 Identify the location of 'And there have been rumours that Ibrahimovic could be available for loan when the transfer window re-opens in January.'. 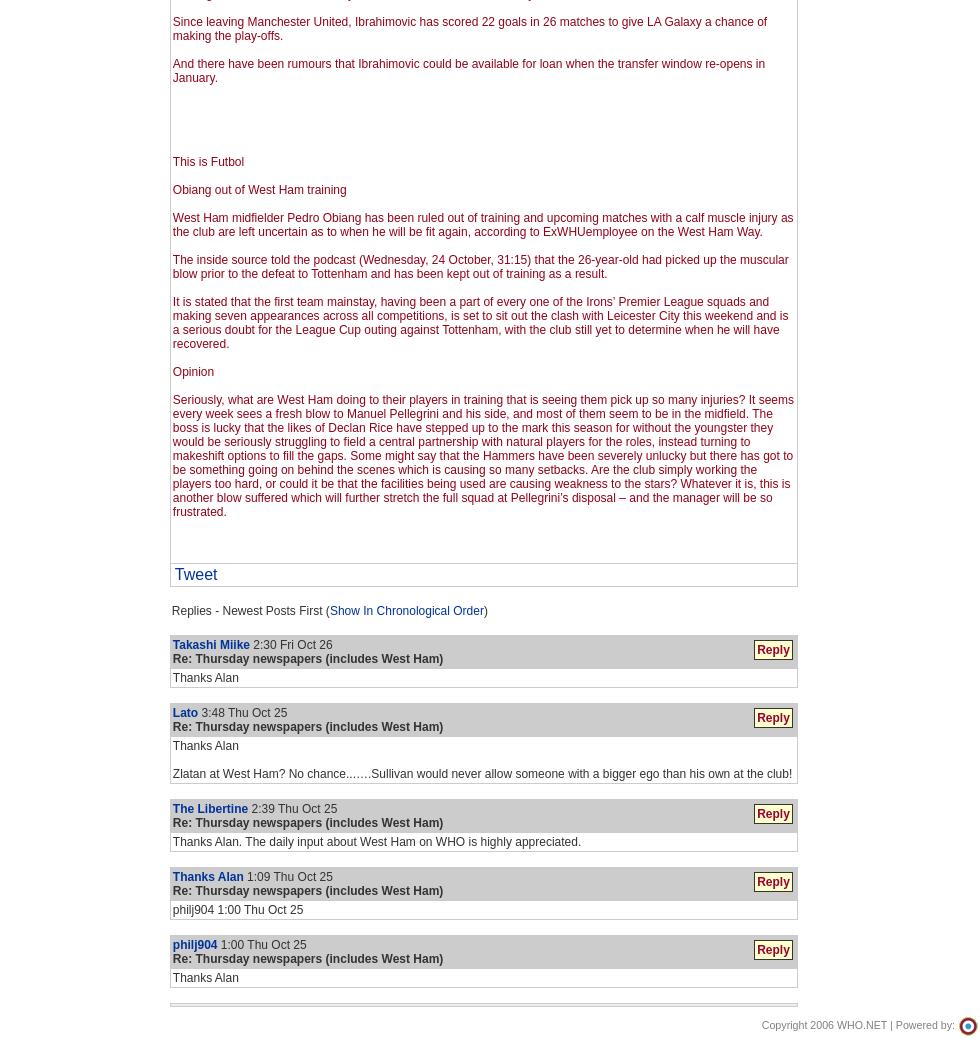
(468, 71).